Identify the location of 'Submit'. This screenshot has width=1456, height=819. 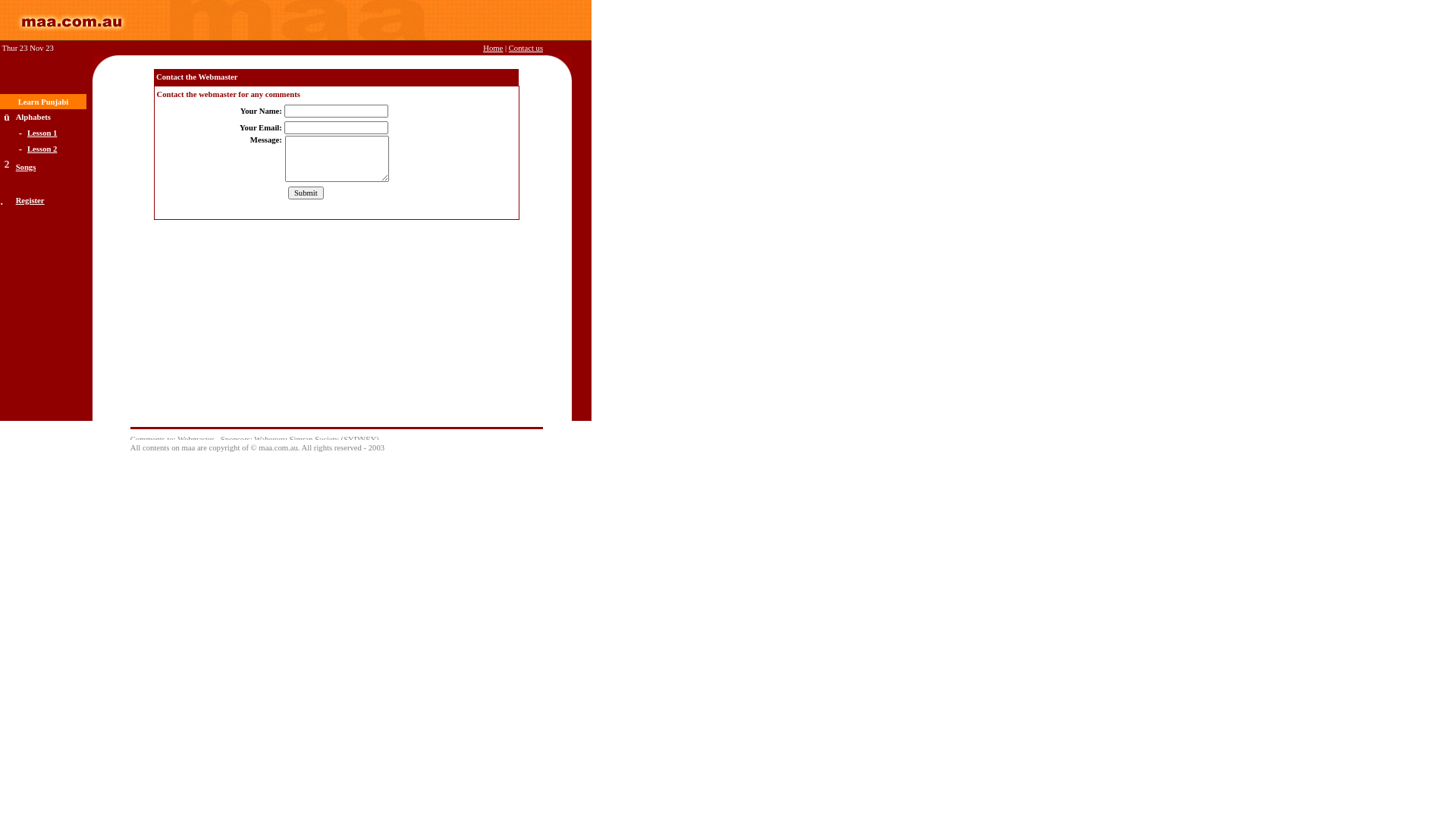
(305, 192).